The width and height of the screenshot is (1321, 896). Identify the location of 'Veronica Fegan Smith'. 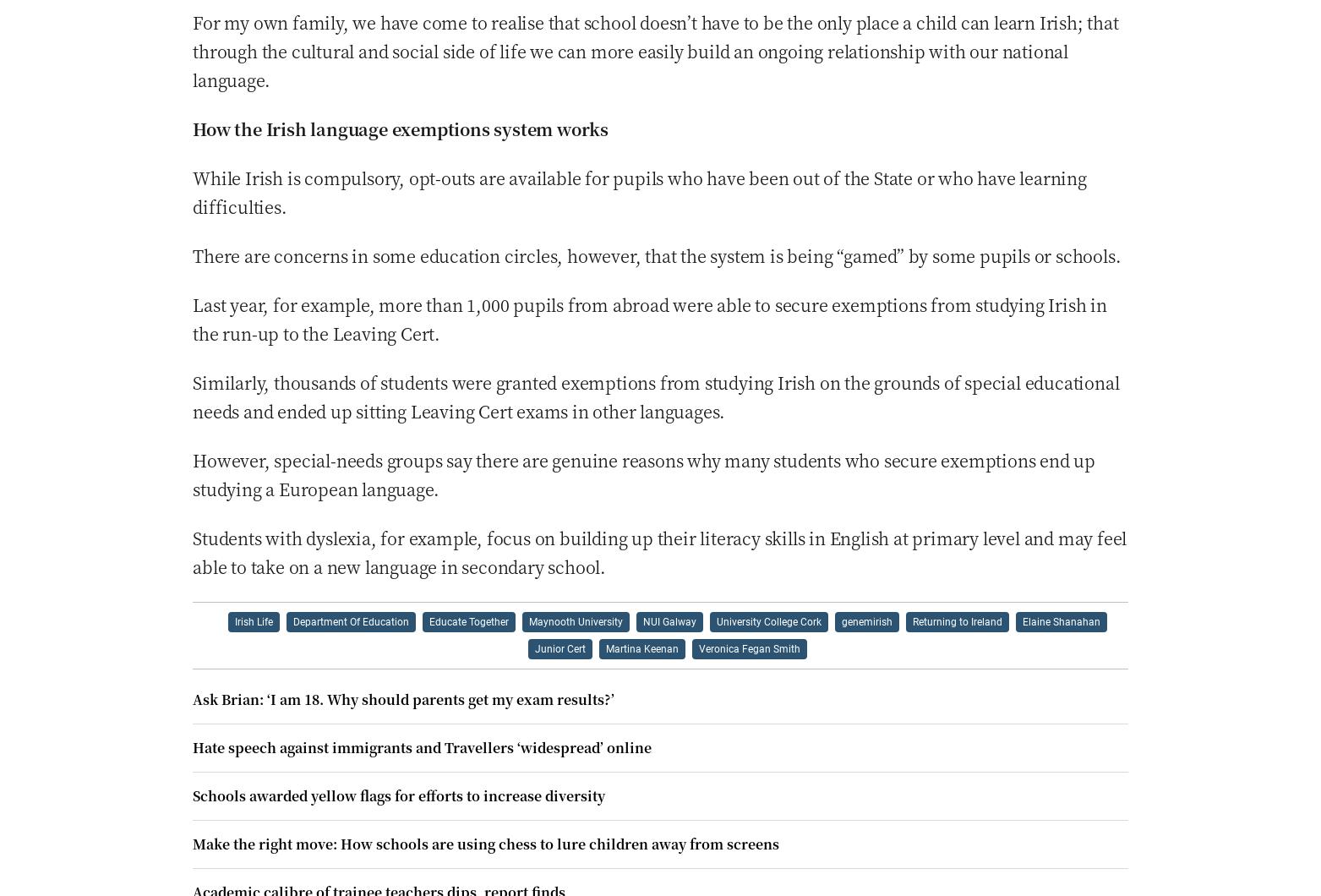
(749, 647).